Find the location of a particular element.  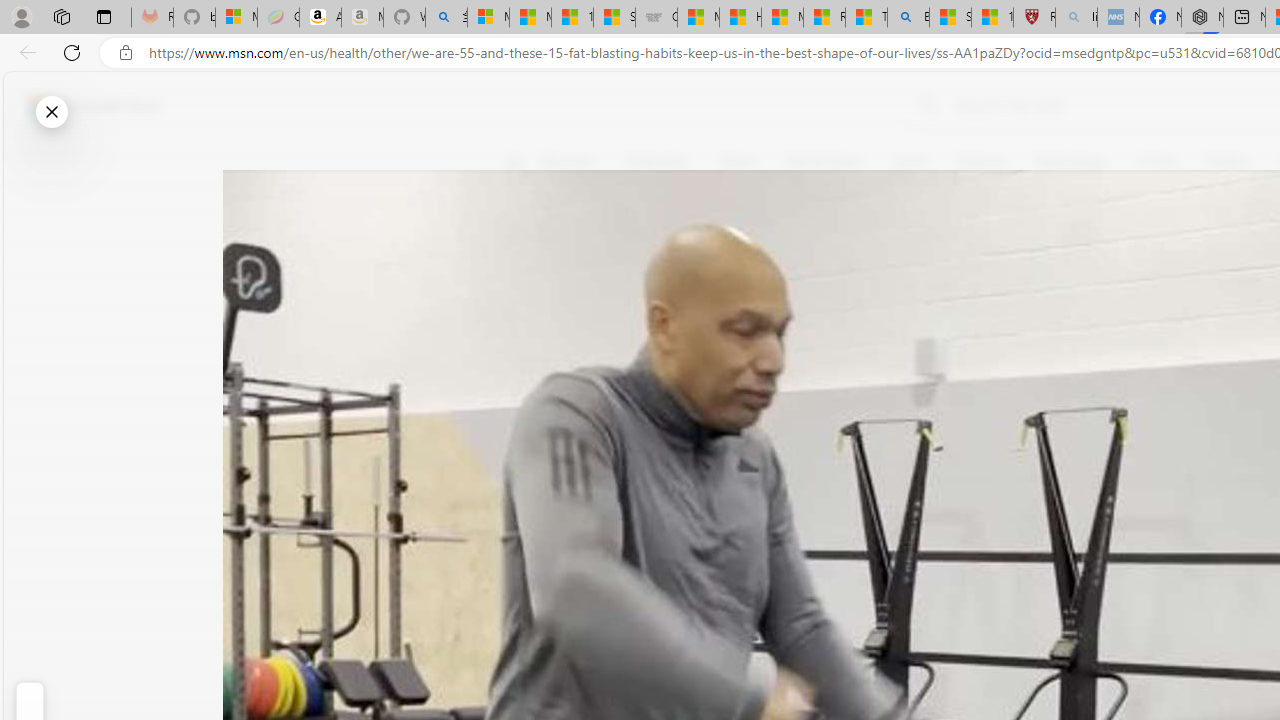

'Recipes - MSN' is located at coordinates (824, 17).